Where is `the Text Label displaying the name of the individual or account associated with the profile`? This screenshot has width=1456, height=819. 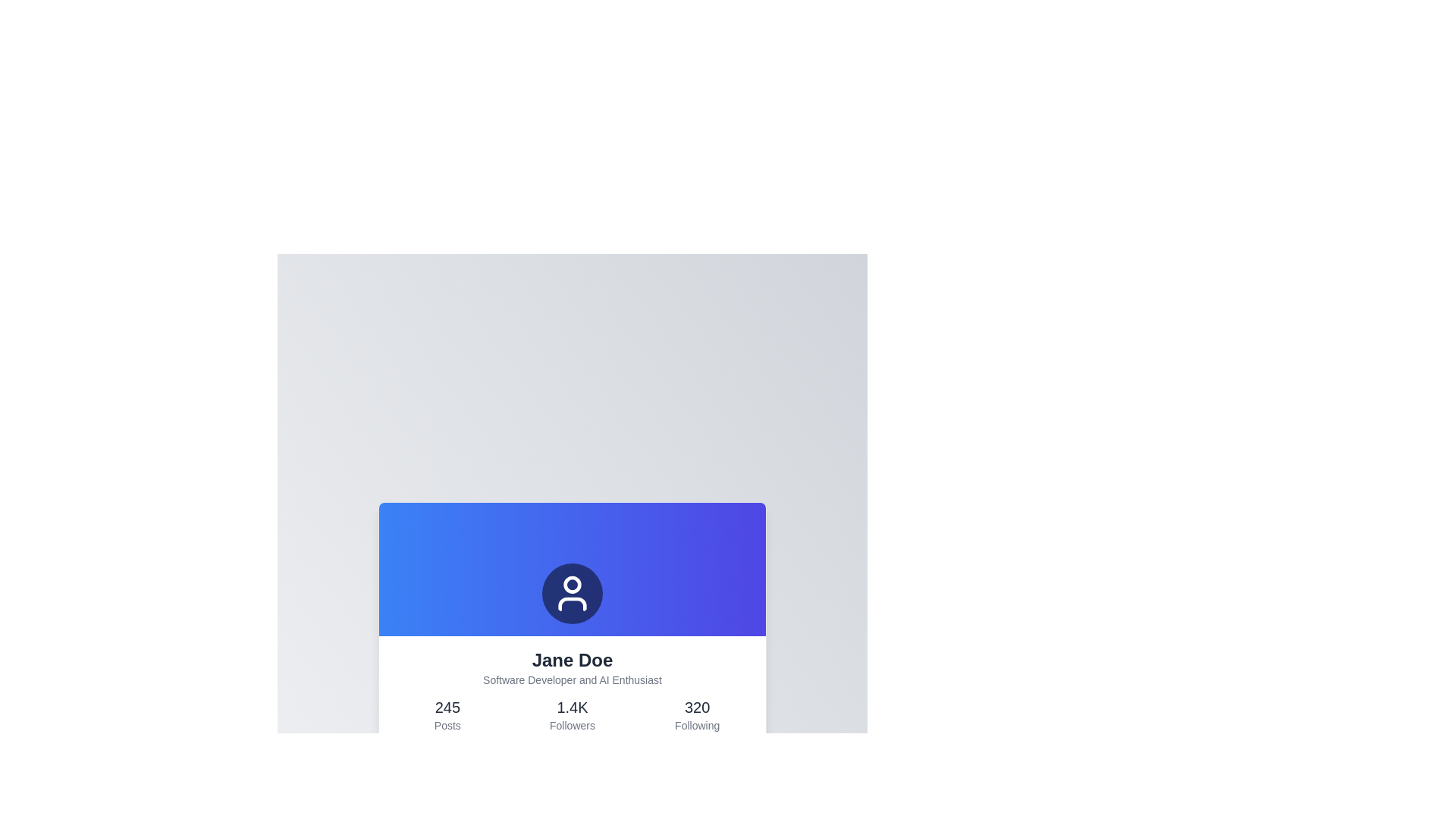 the Text Label displaying the name of the individual or account associated with the profile is located at coordinates (571, 660).